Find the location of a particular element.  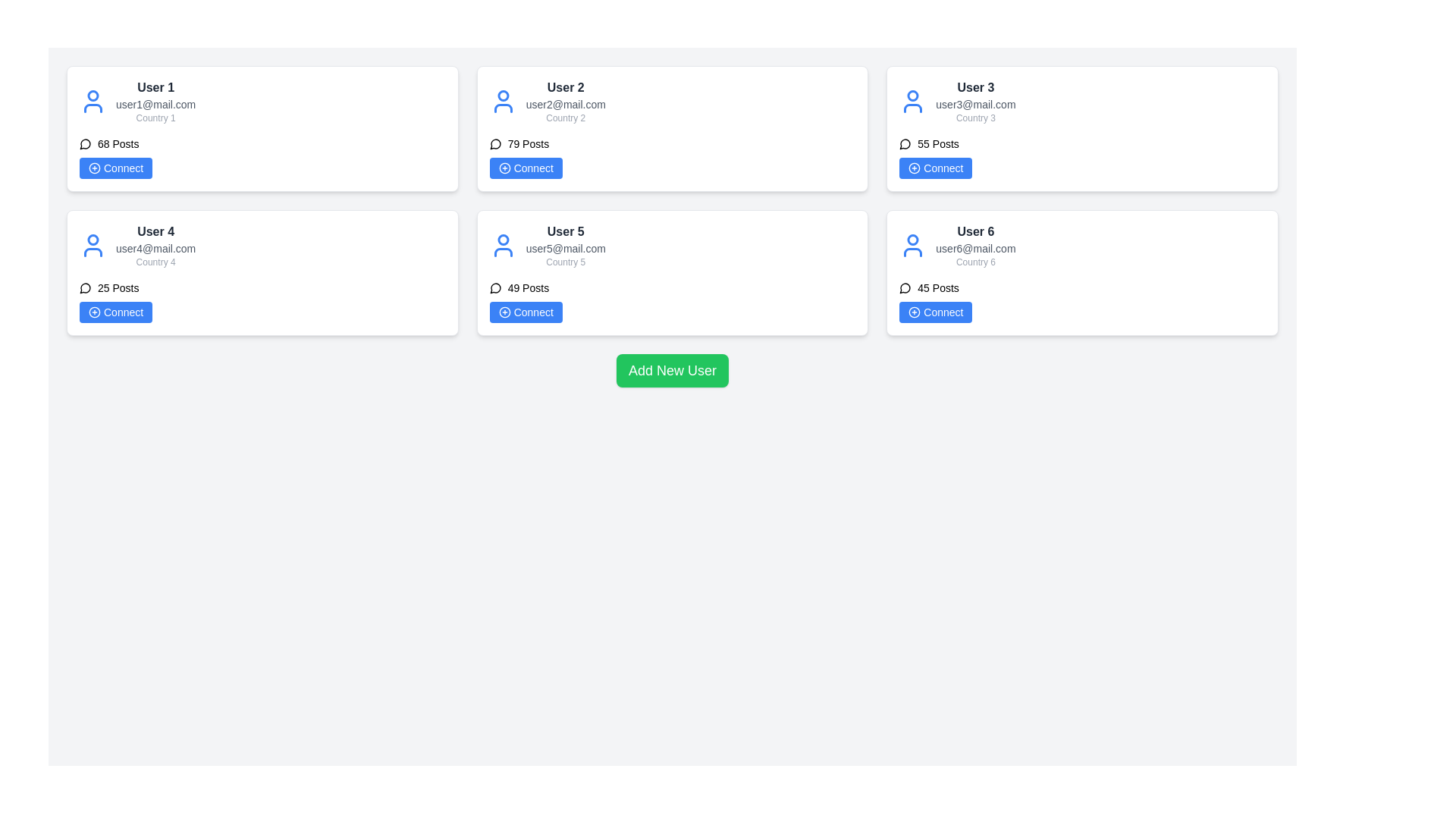

the speech bubble icon located in the bottom-right corner of the 'User 6' card, adjacent to the '45 Posts' label, to integrate with the surrounding interface is located at coordinates (905, 288).